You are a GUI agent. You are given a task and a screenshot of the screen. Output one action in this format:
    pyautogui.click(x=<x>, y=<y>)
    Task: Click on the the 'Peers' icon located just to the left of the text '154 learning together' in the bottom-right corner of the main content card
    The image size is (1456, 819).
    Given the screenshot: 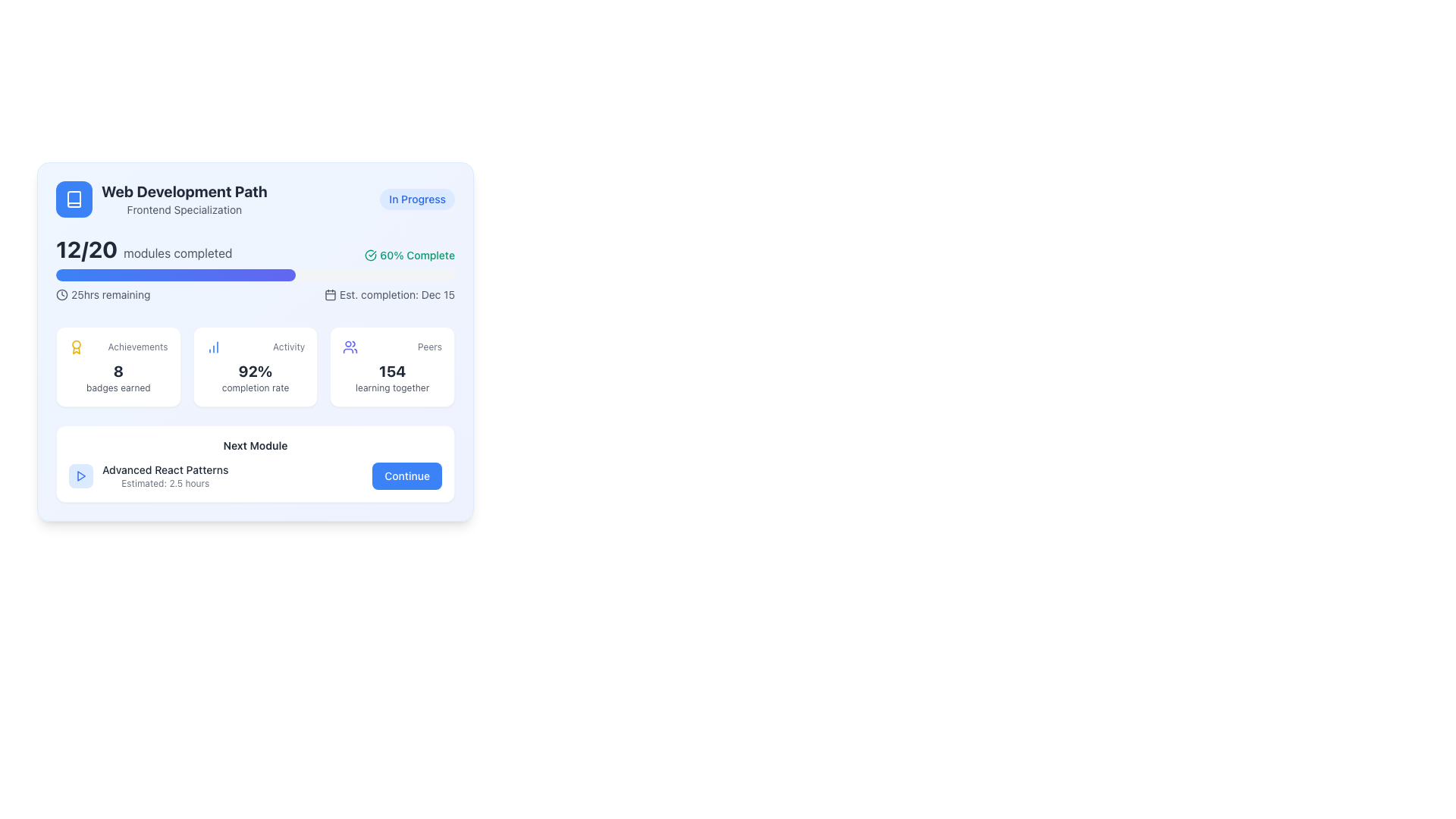 What is the action you would take?
    pyautogui.click(x=350, y=347)
    